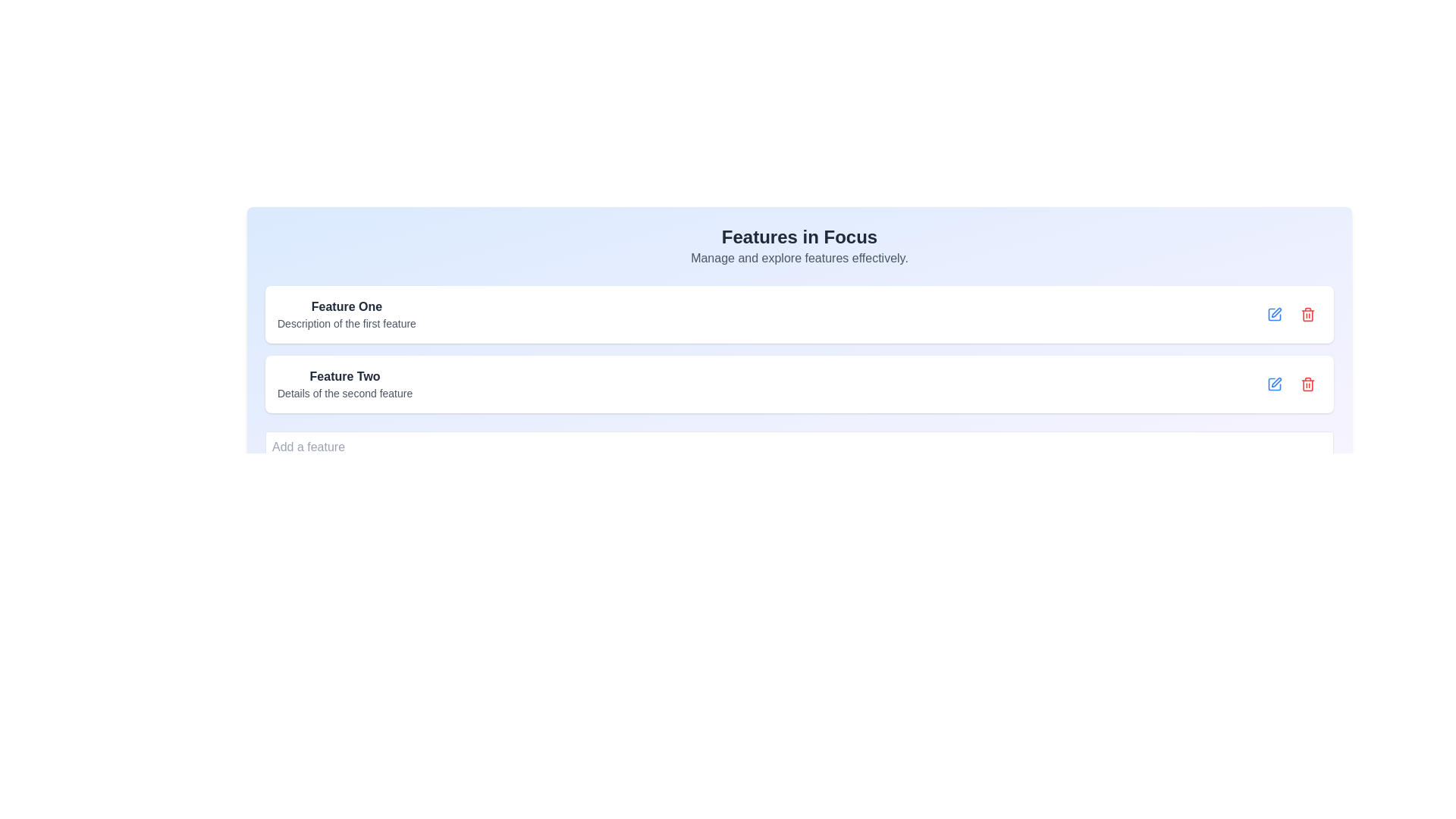 This screenshot has height=819, width=1456. I want to click on on the text block labeled 'Feature Two', so click(344, 383).